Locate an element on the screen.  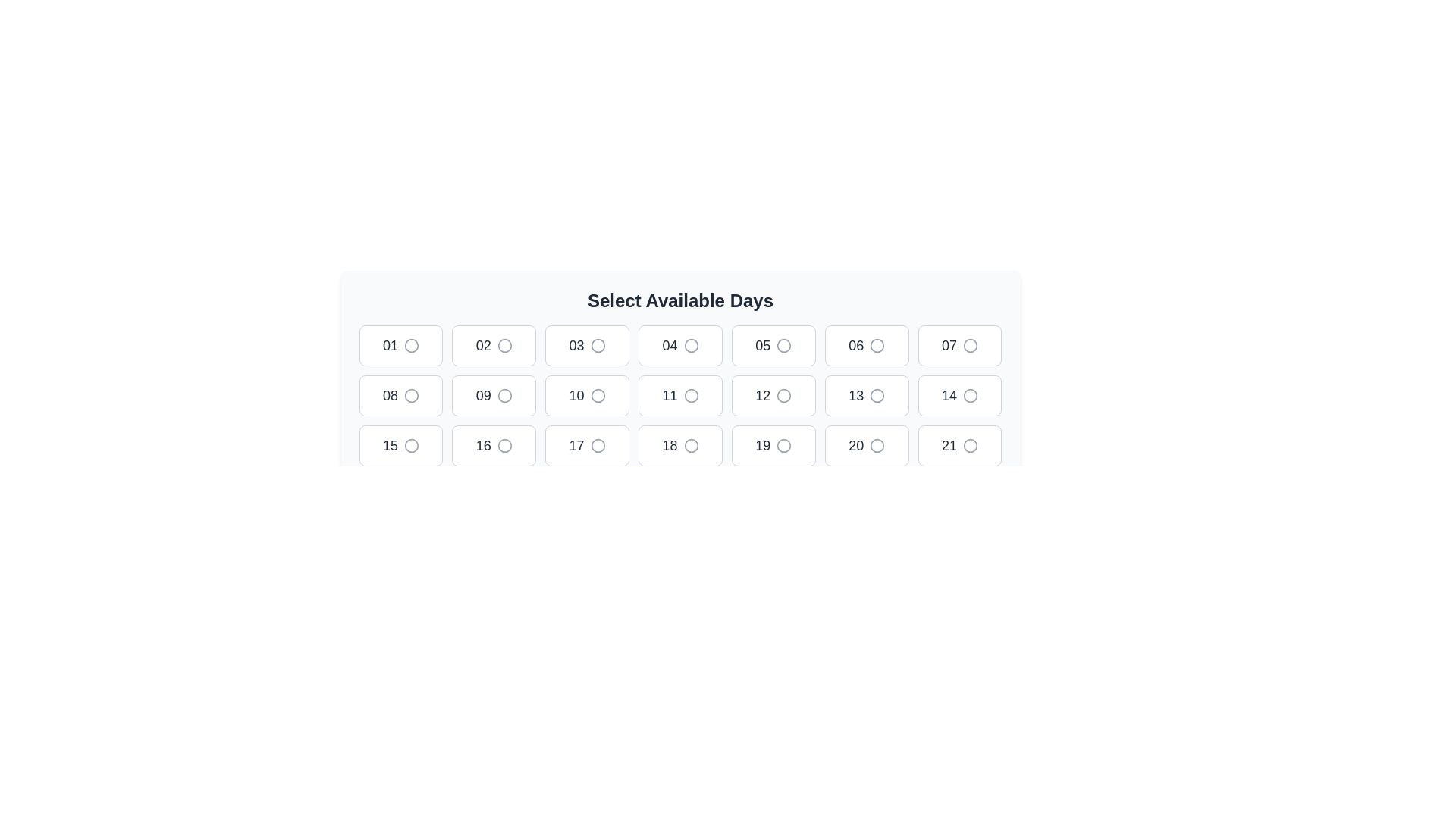
the radio button labeled '03' is located at coordinates (586, 345).